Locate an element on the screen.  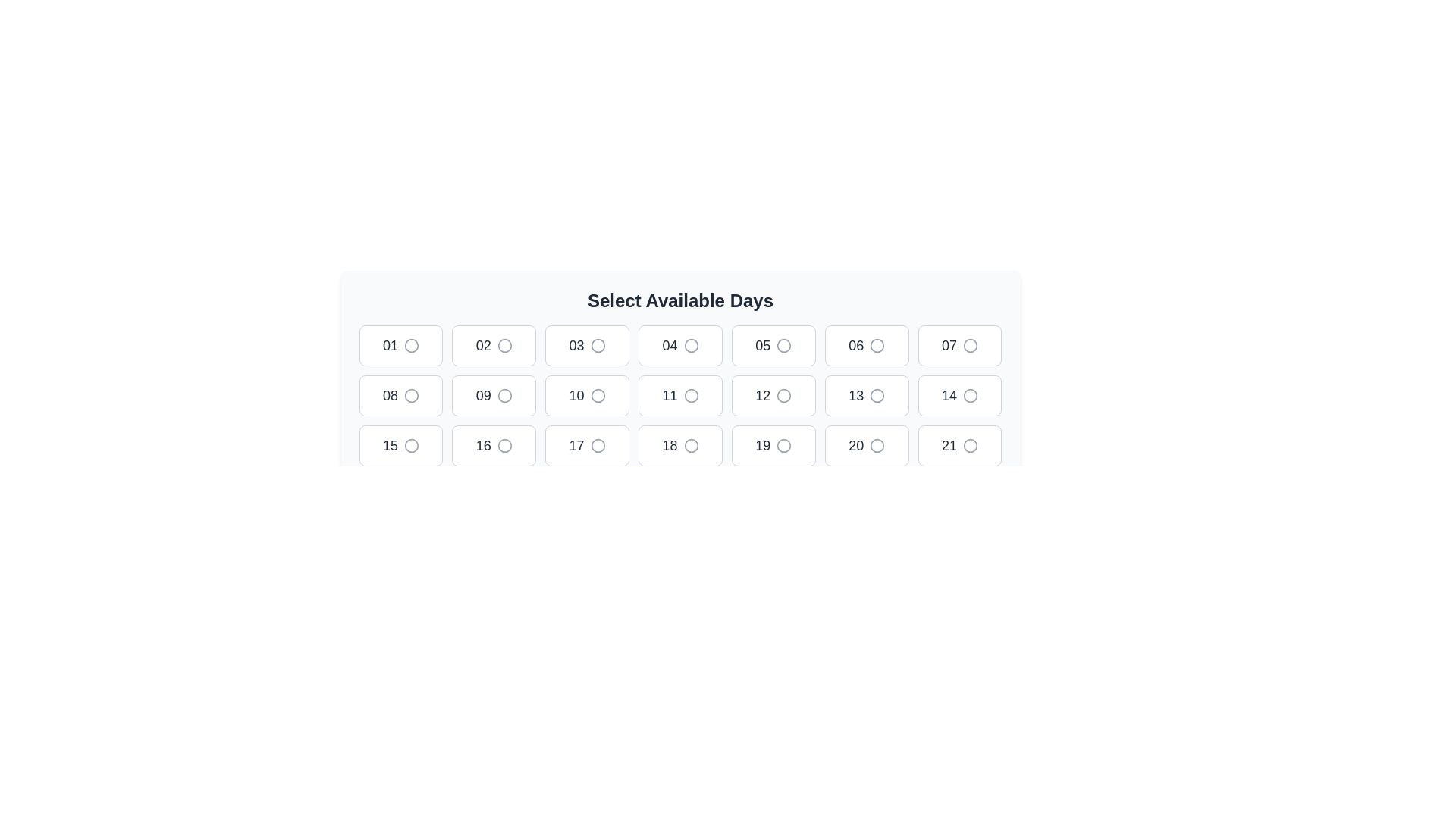
the radio button labeled '03' is located at coordinates (586, 345).